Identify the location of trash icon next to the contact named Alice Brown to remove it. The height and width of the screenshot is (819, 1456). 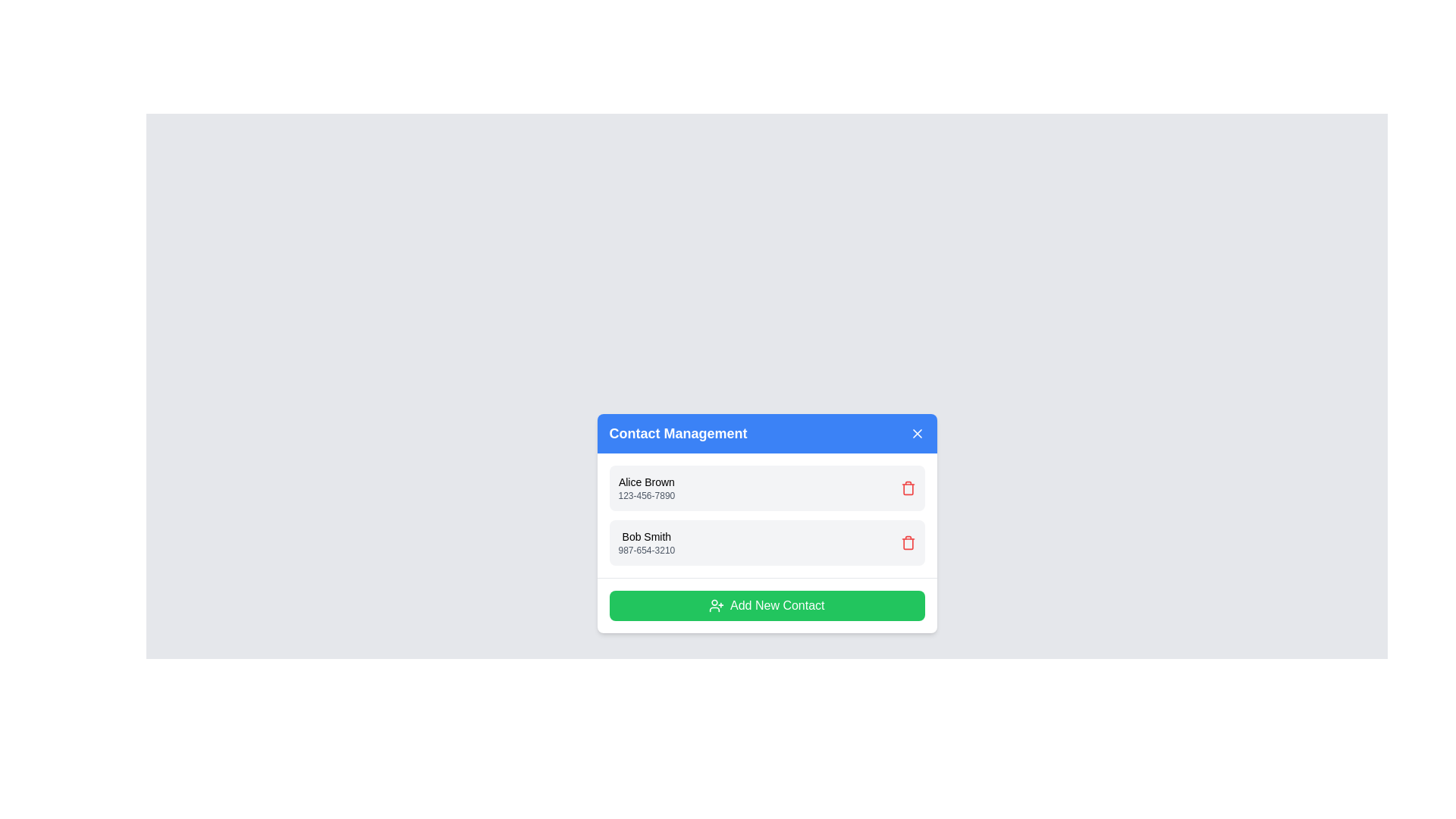
(908, 488).